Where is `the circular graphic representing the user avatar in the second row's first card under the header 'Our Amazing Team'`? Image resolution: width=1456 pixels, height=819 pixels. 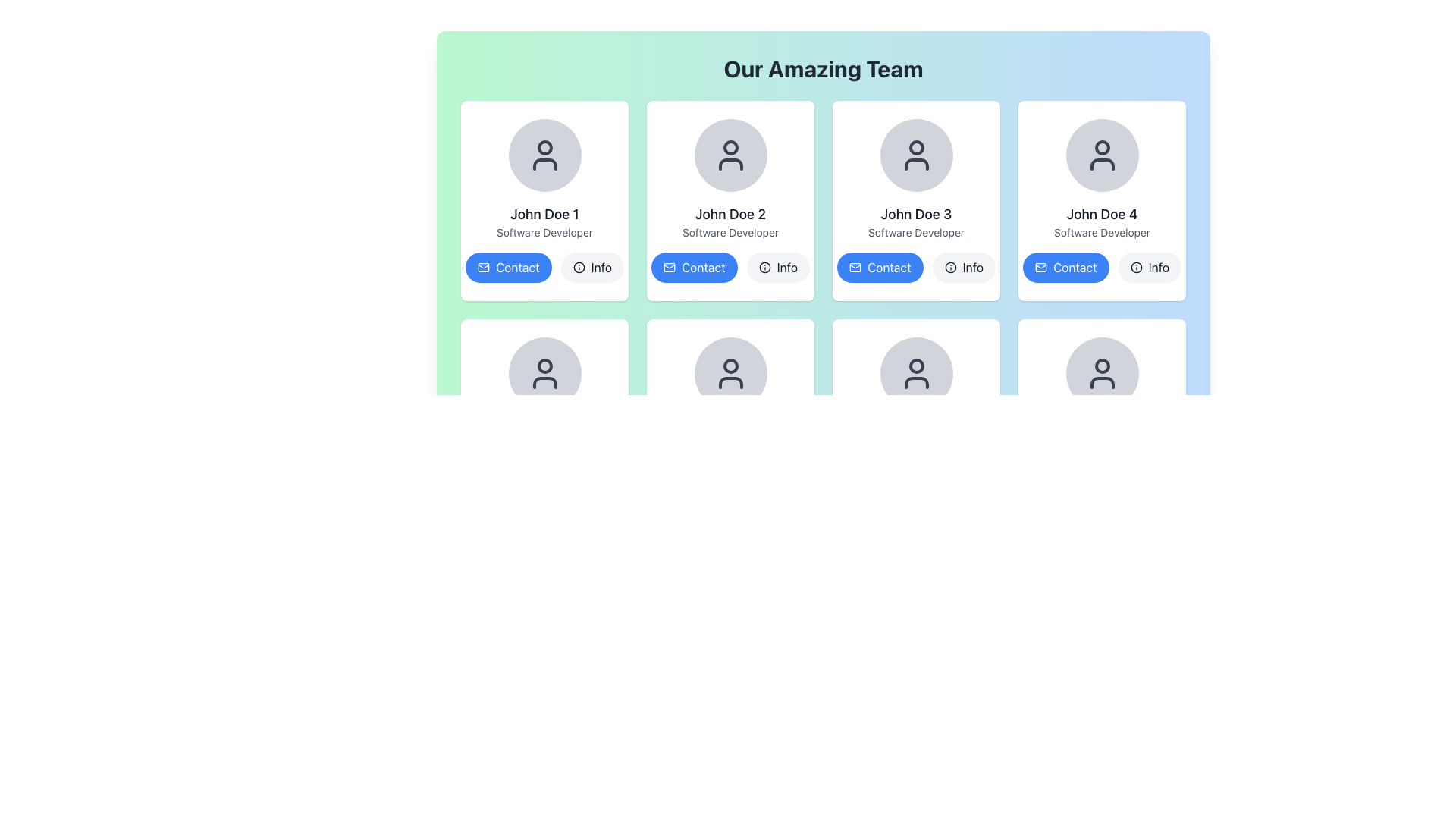 the circular graphic representing the user avatar in the second row's first card under the header 'Our Amazing Team' is located at coordinates (544, 366).